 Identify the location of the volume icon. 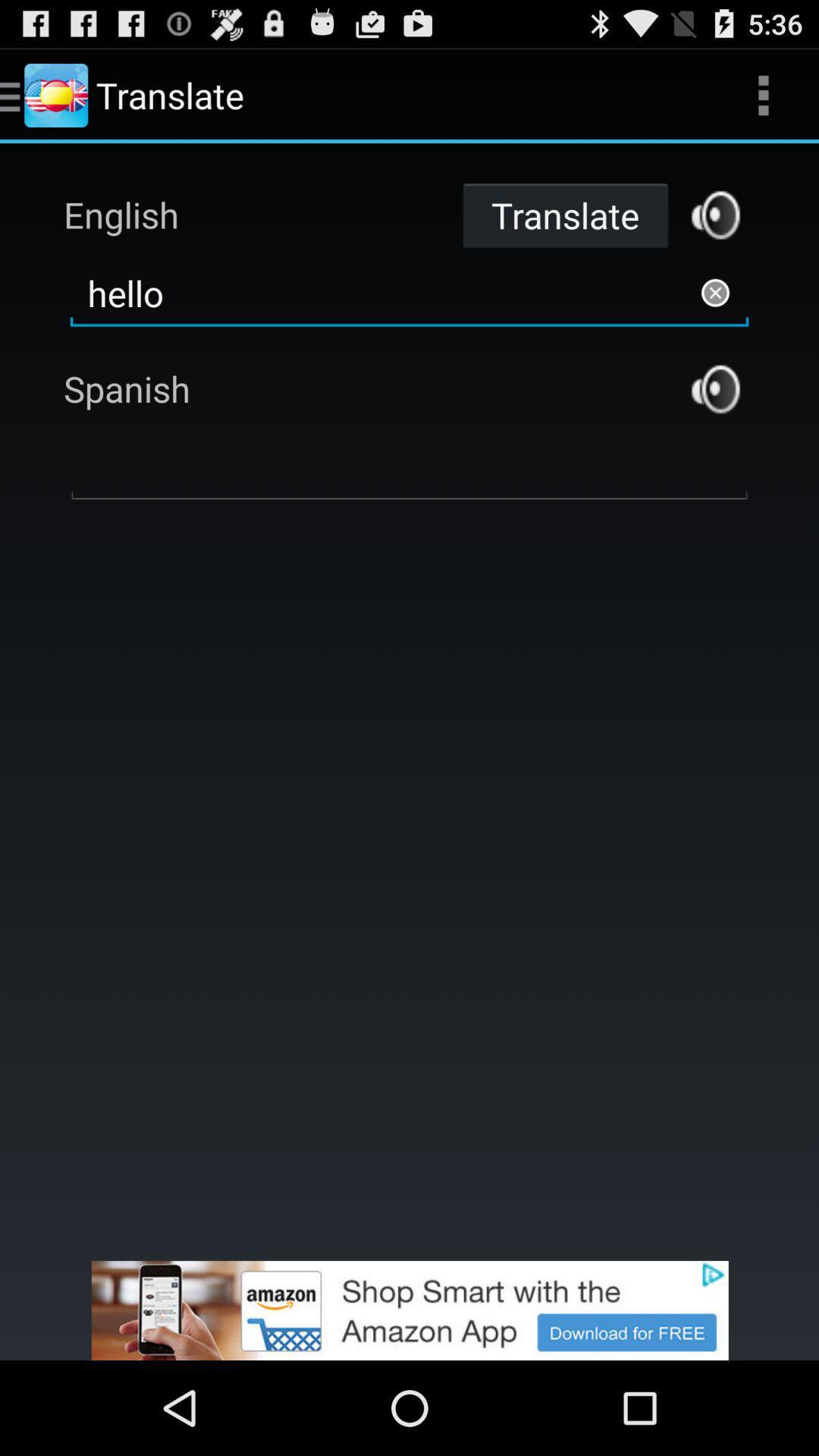
(715, 229).